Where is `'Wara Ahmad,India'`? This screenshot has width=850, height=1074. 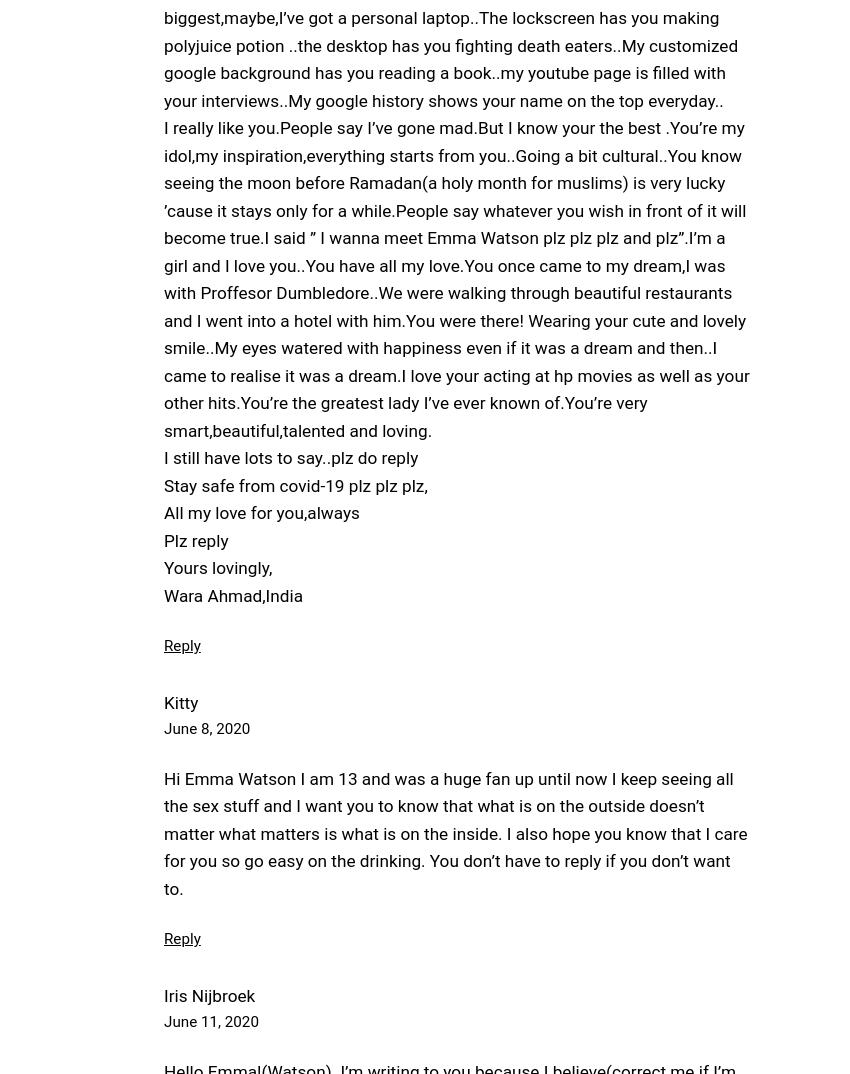 'Wara Ahmad,India' is located at coordinates (233, 594).